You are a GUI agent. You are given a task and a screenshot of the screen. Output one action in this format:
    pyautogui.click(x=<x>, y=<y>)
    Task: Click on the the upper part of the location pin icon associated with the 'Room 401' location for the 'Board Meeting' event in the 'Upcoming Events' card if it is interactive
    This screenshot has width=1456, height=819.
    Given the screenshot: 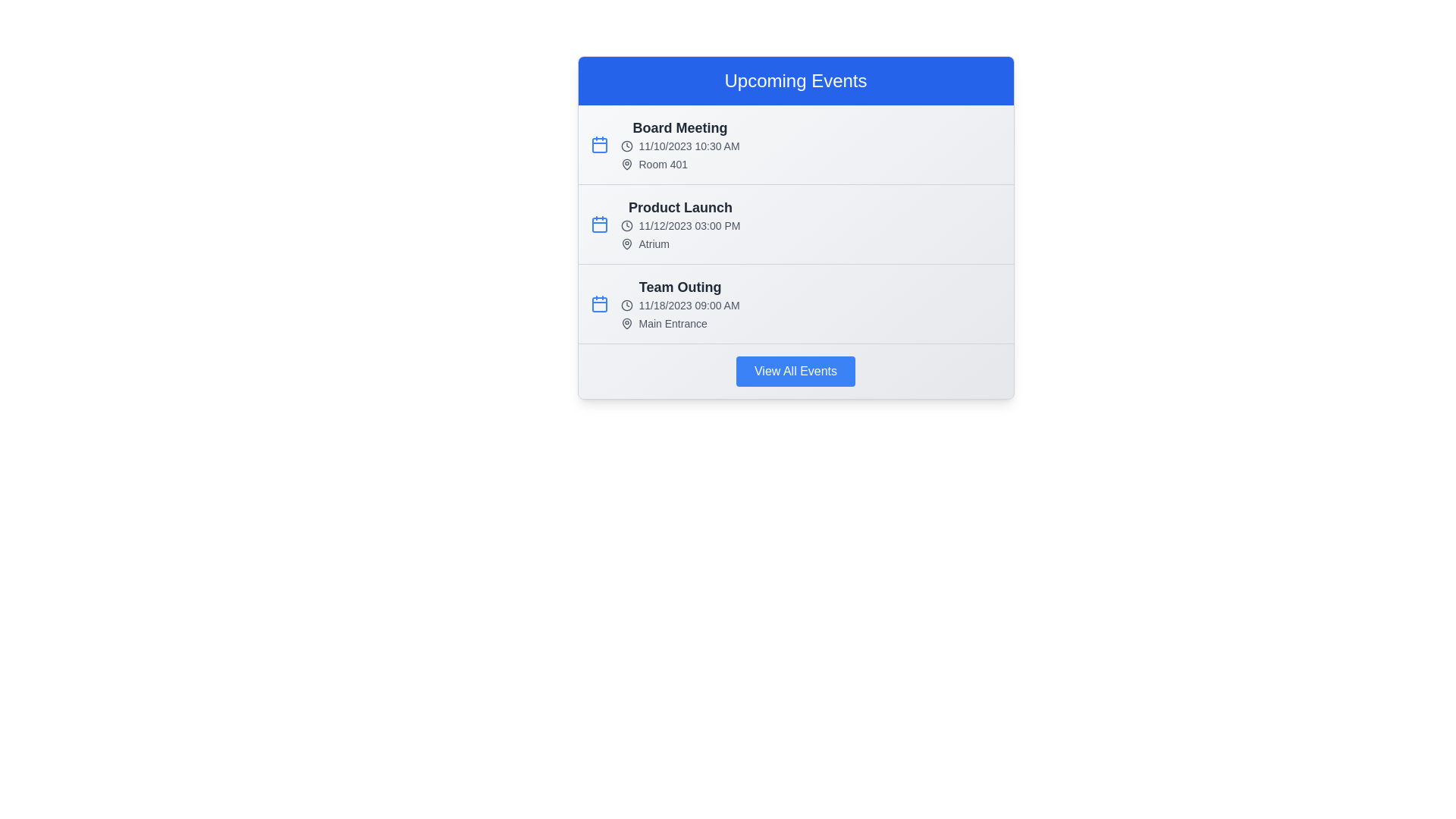 What is the action you would take?
    pyautogui.click(x=626, y=164)
    